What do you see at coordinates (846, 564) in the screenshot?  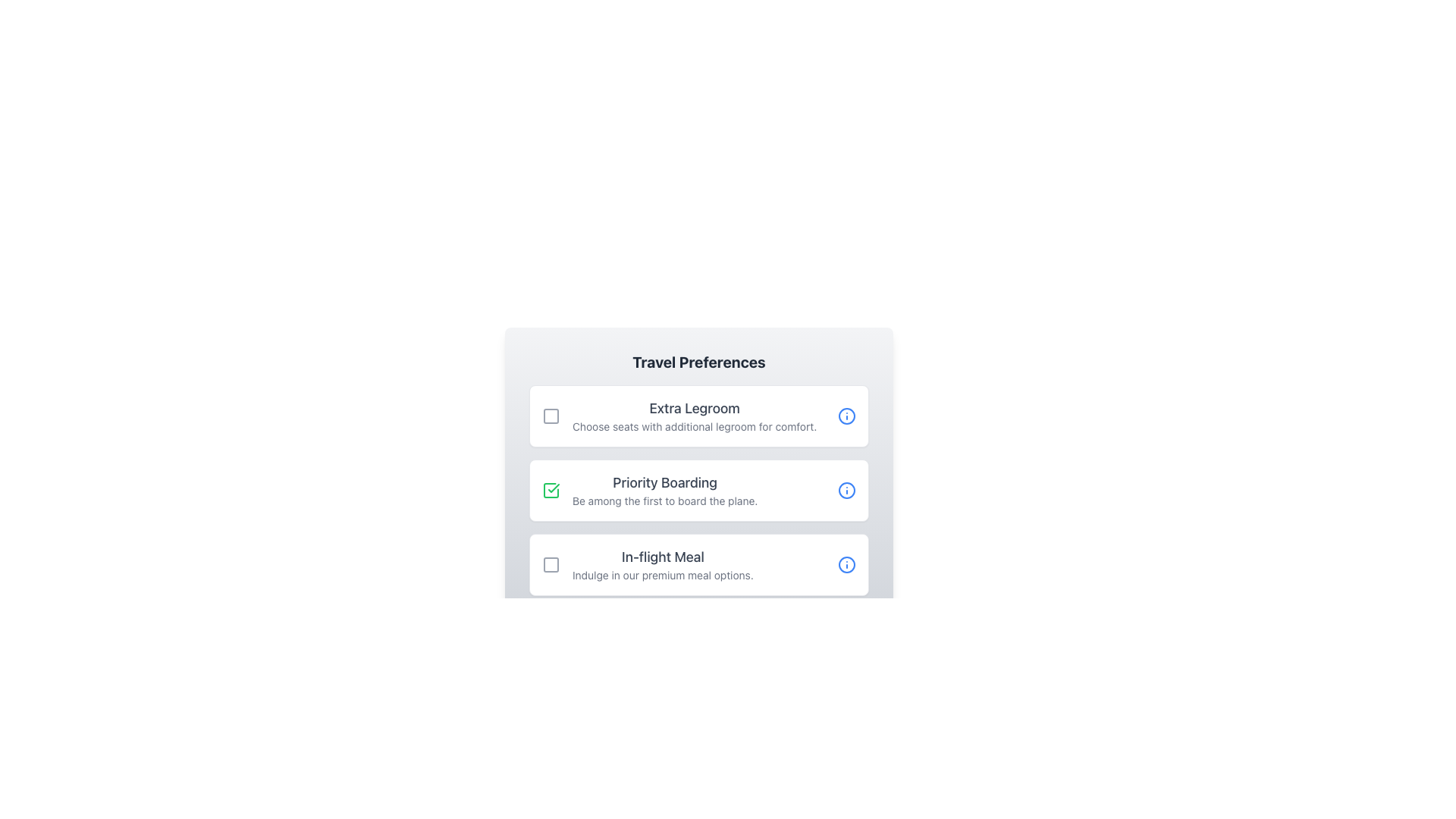 I see `the decorative Circle SVG element within the 'In-flight Meal' icon, located at the far right of the preference option` at bounding box center [846, 564].